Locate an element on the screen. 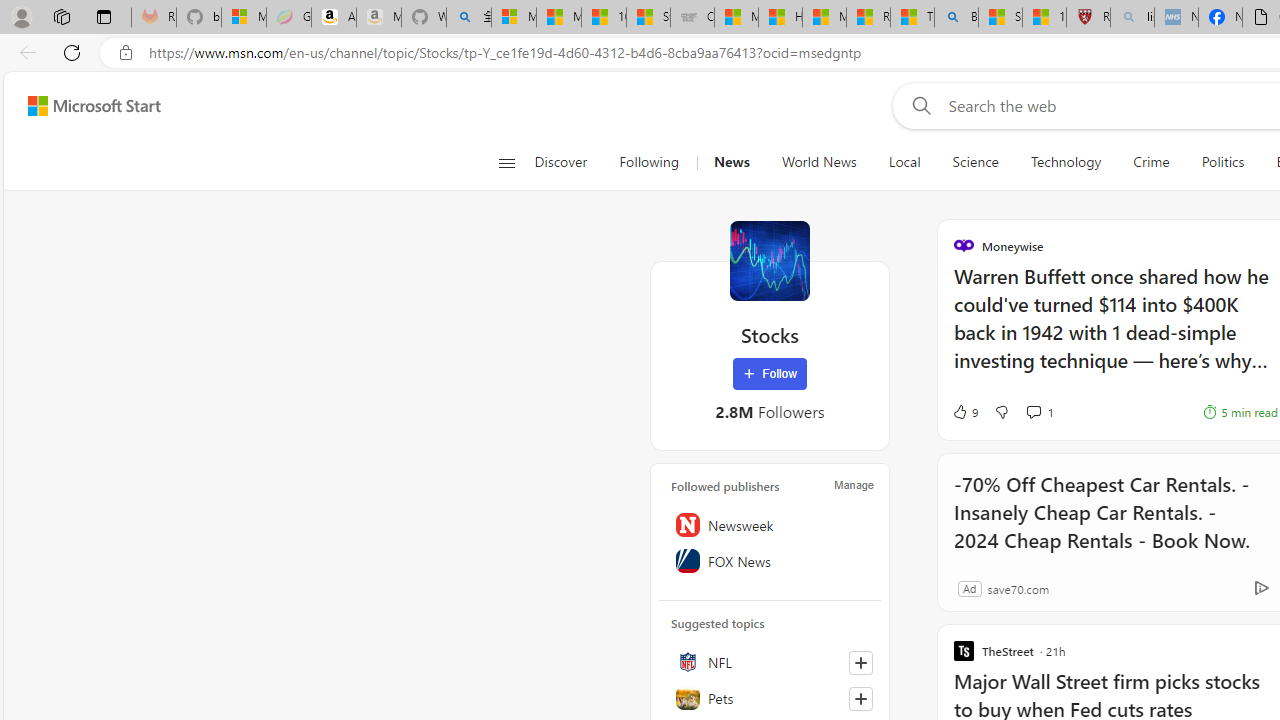 The width and height of the screenshot is (1280, 720). 'Science - MSN' is located at coordinates (1000, 17).